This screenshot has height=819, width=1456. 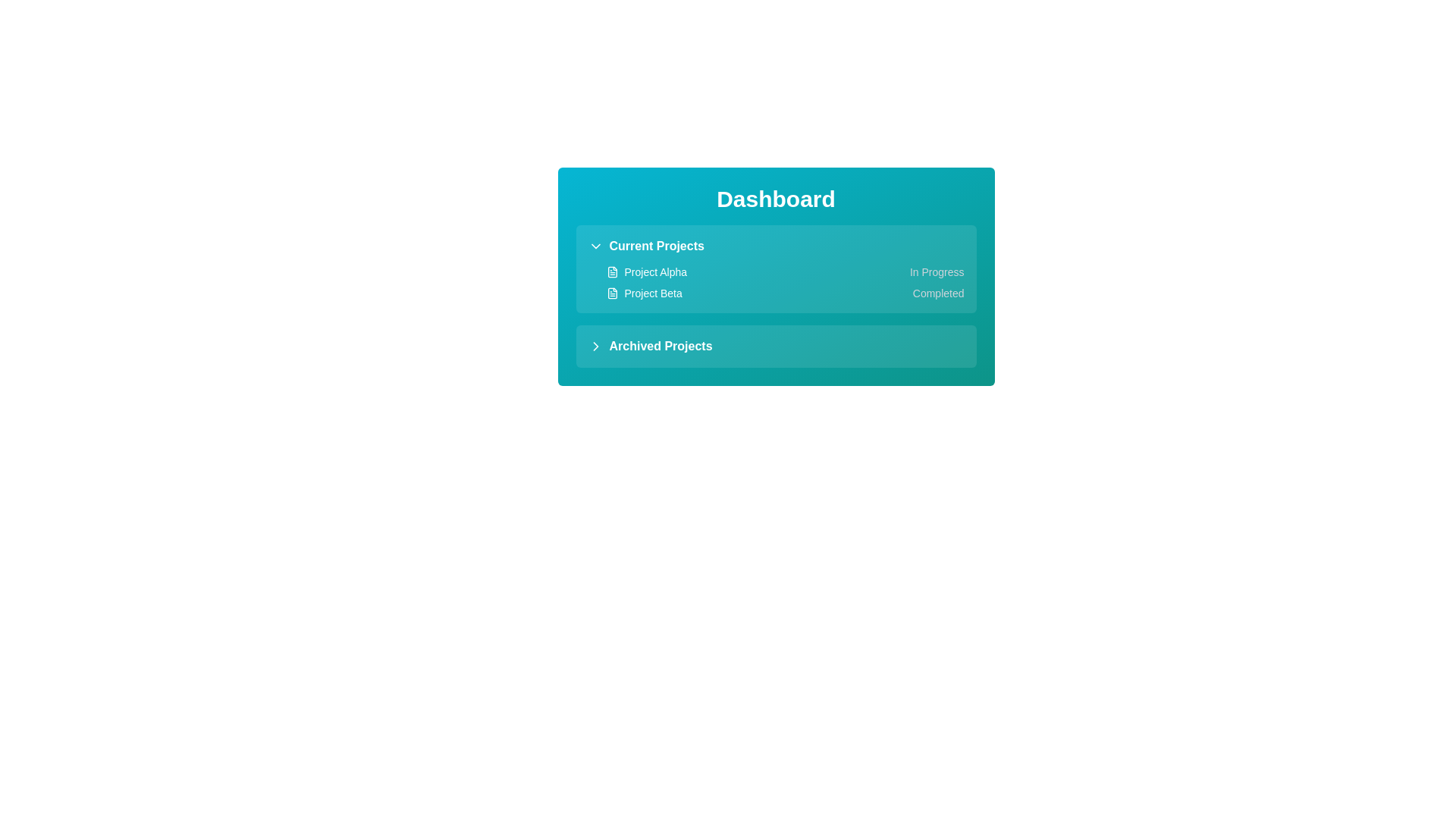 I want to click on the chevron icon located to the left of the 'Archived Projects' label in the Dashboard section for visual feedback, so click(x=595, y=346).